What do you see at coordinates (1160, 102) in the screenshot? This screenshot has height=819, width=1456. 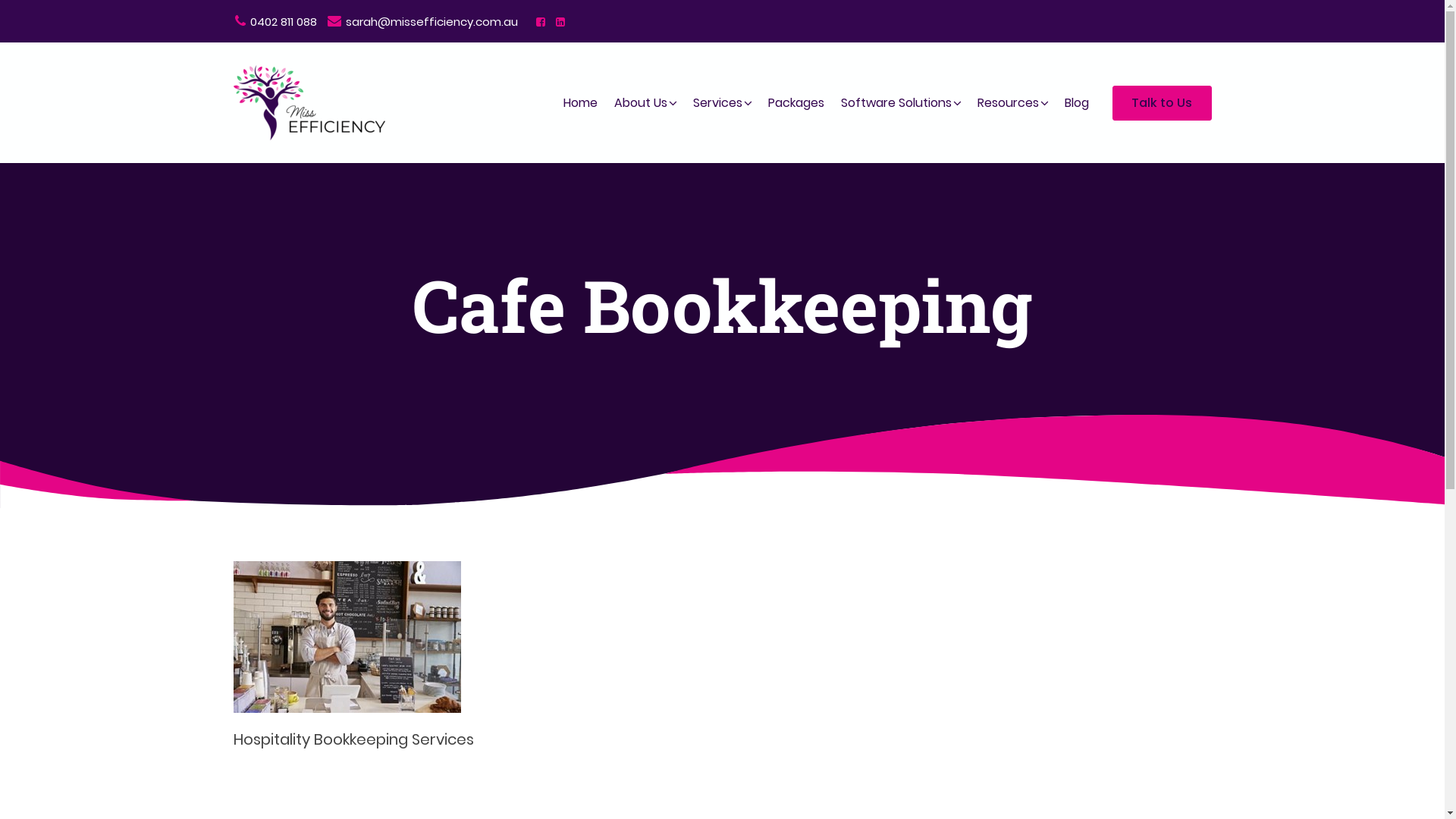 I see `'Talk to Us'` at bounding box center [1160, 102].